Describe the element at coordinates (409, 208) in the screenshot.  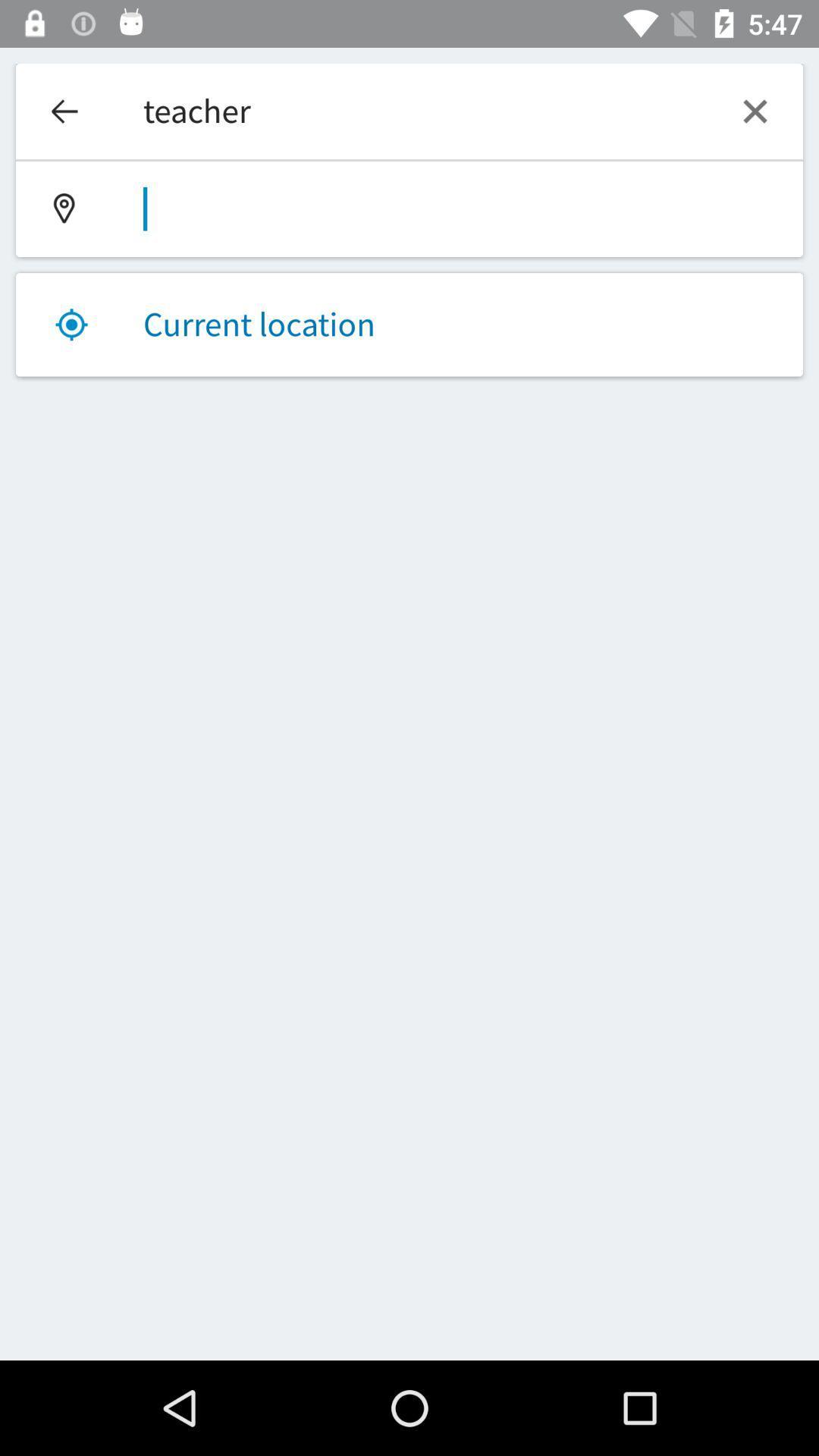
I see `location field` at that location.